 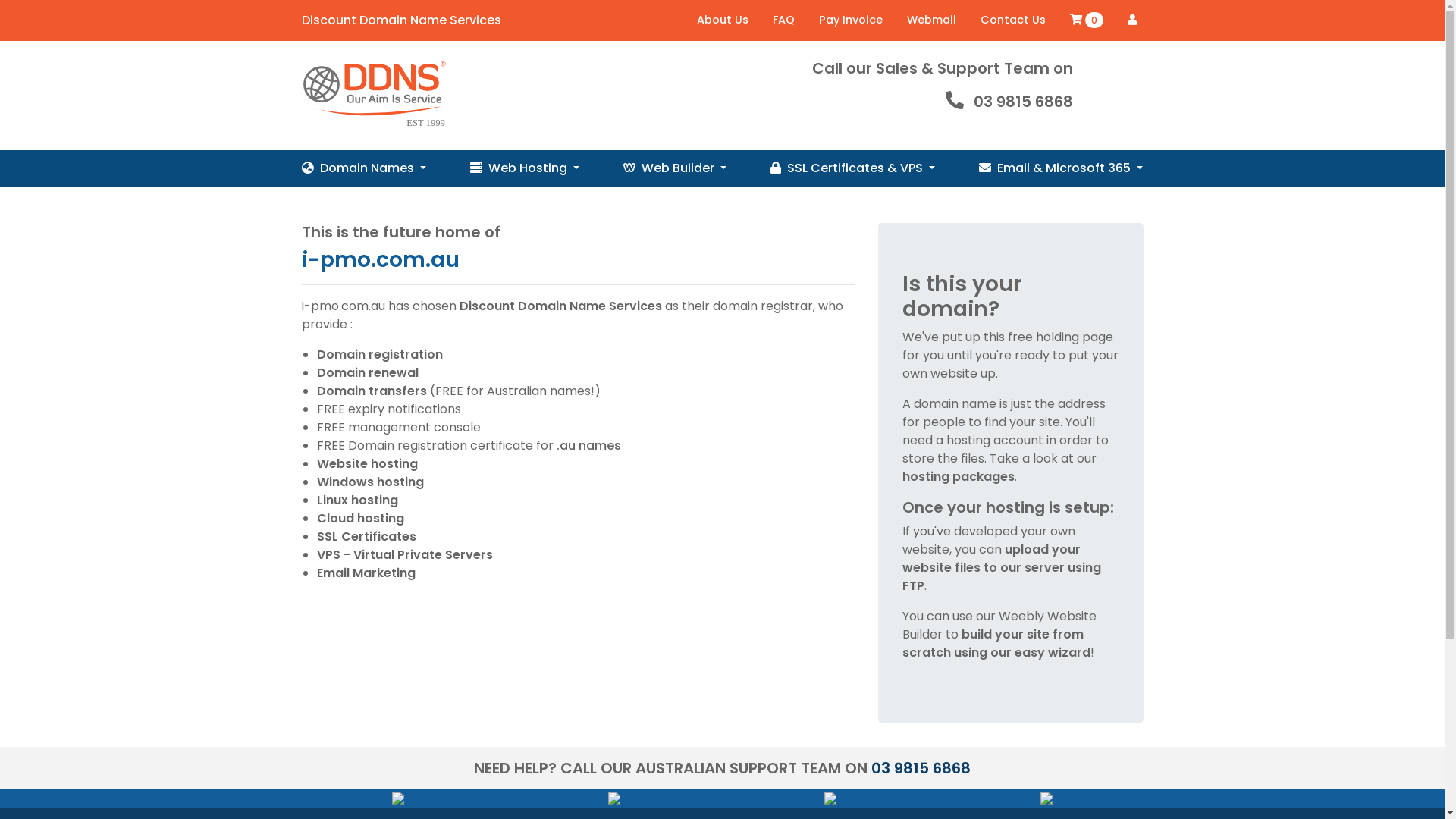 What do you see at coordinates (1012, 20) in the screenshot?
I see `'Contact Us'` at bounding box center [1012, 20].